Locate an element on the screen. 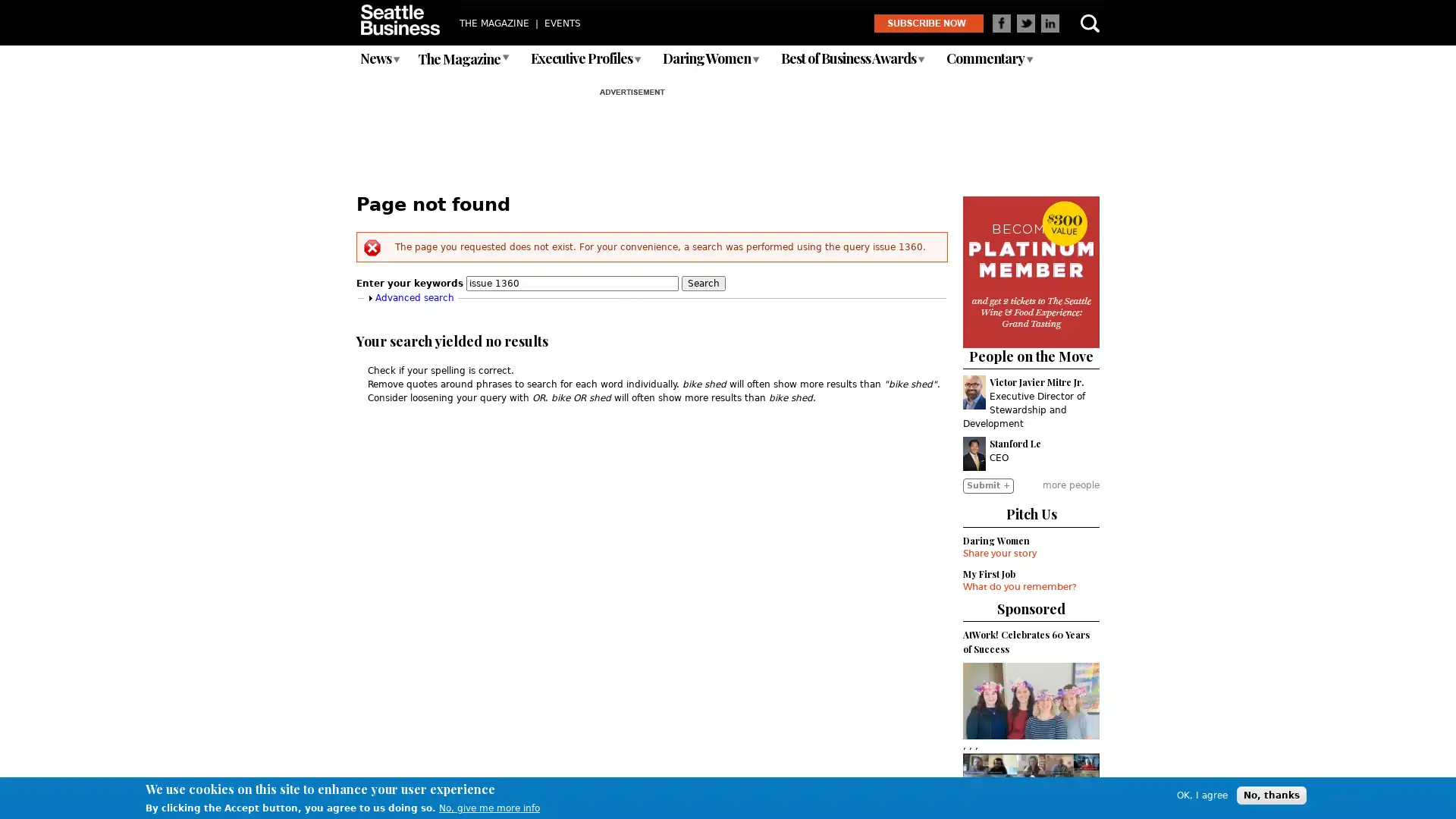 The width and height of the screenshot is (1456, 819). No, thanks is located at coordinates (1271, 794).